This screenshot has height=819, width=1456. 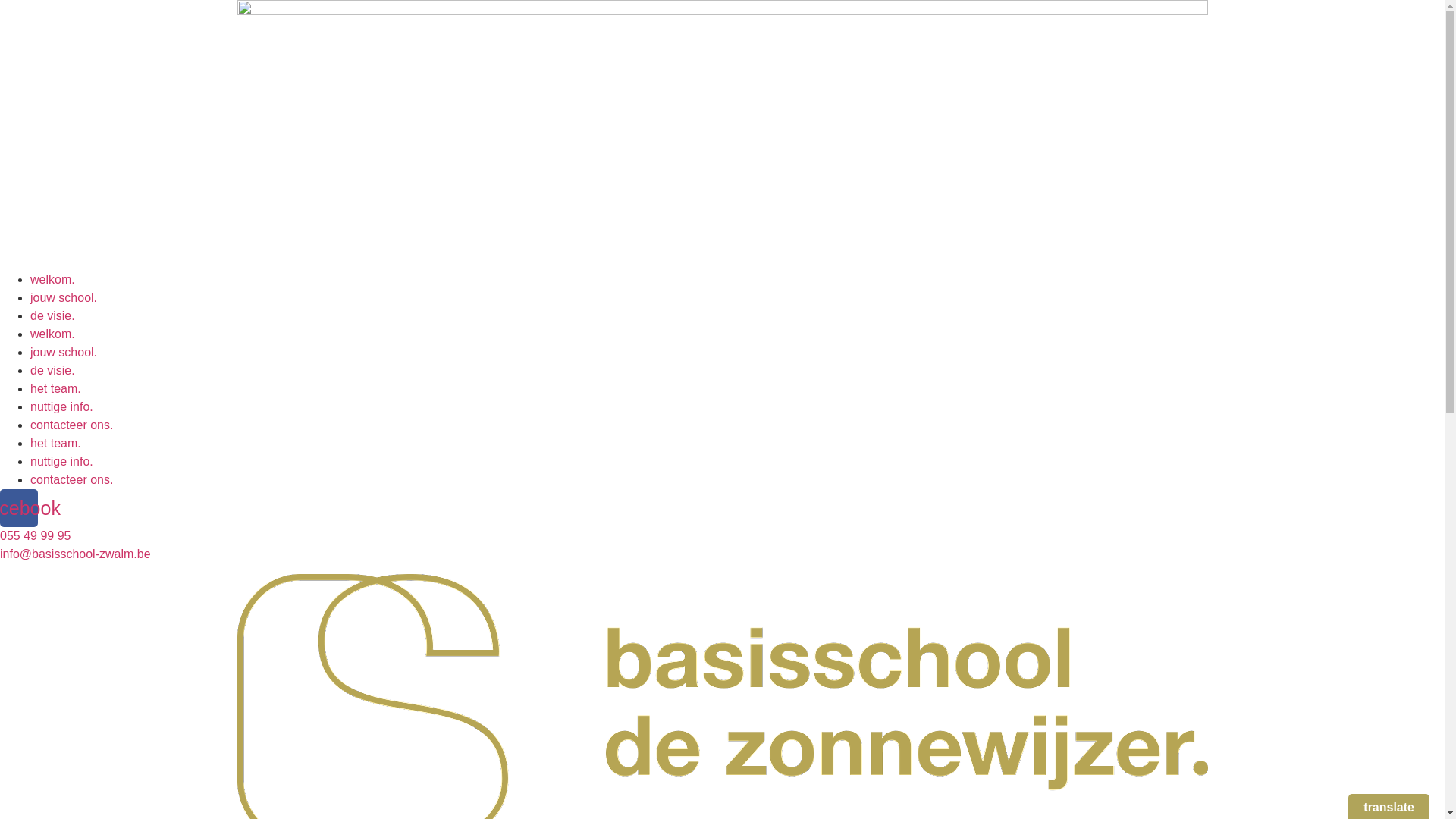 What do you see at coordinates (30, 297) in the screenshot?
I see `'jouw school.'` at bounding box center [30, 297].